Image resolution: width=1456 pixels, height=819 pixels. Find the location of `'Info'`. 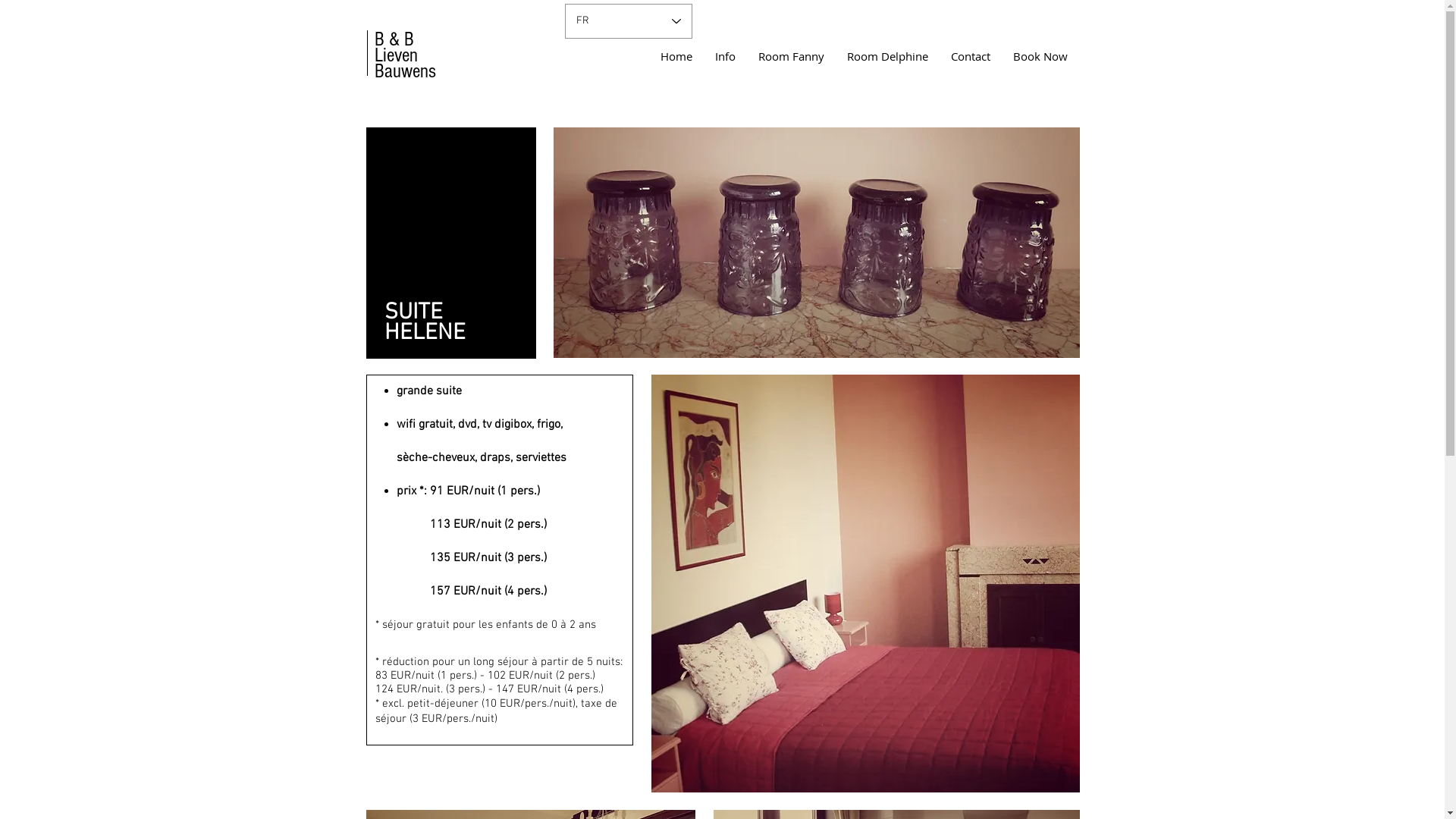

'Info' is located at coordinates (724, 55).